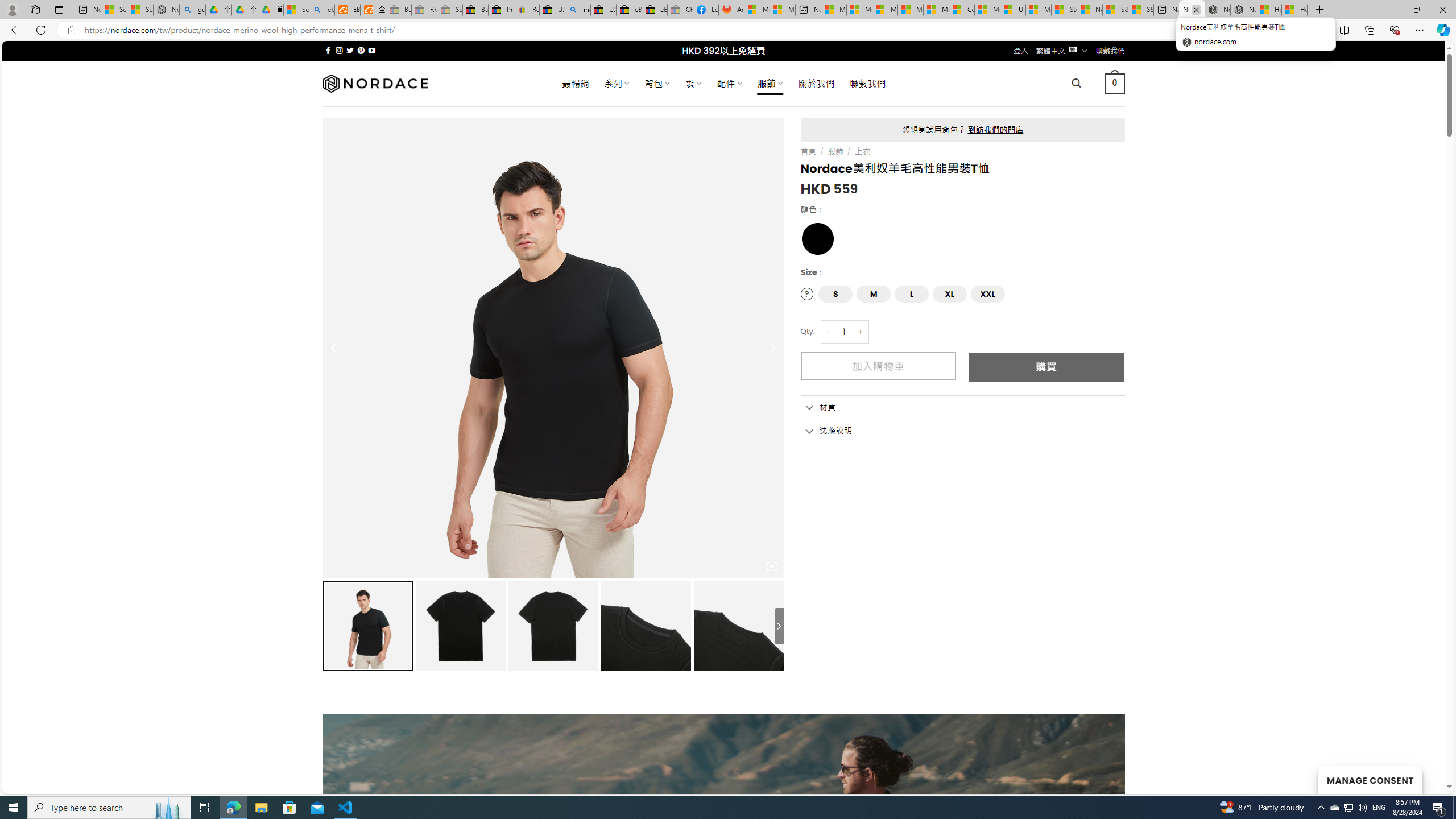 Image resolution: width=1456 pixels, height=819 pixels. I want to click on 'Follow on Twitter', so click(350, 50).